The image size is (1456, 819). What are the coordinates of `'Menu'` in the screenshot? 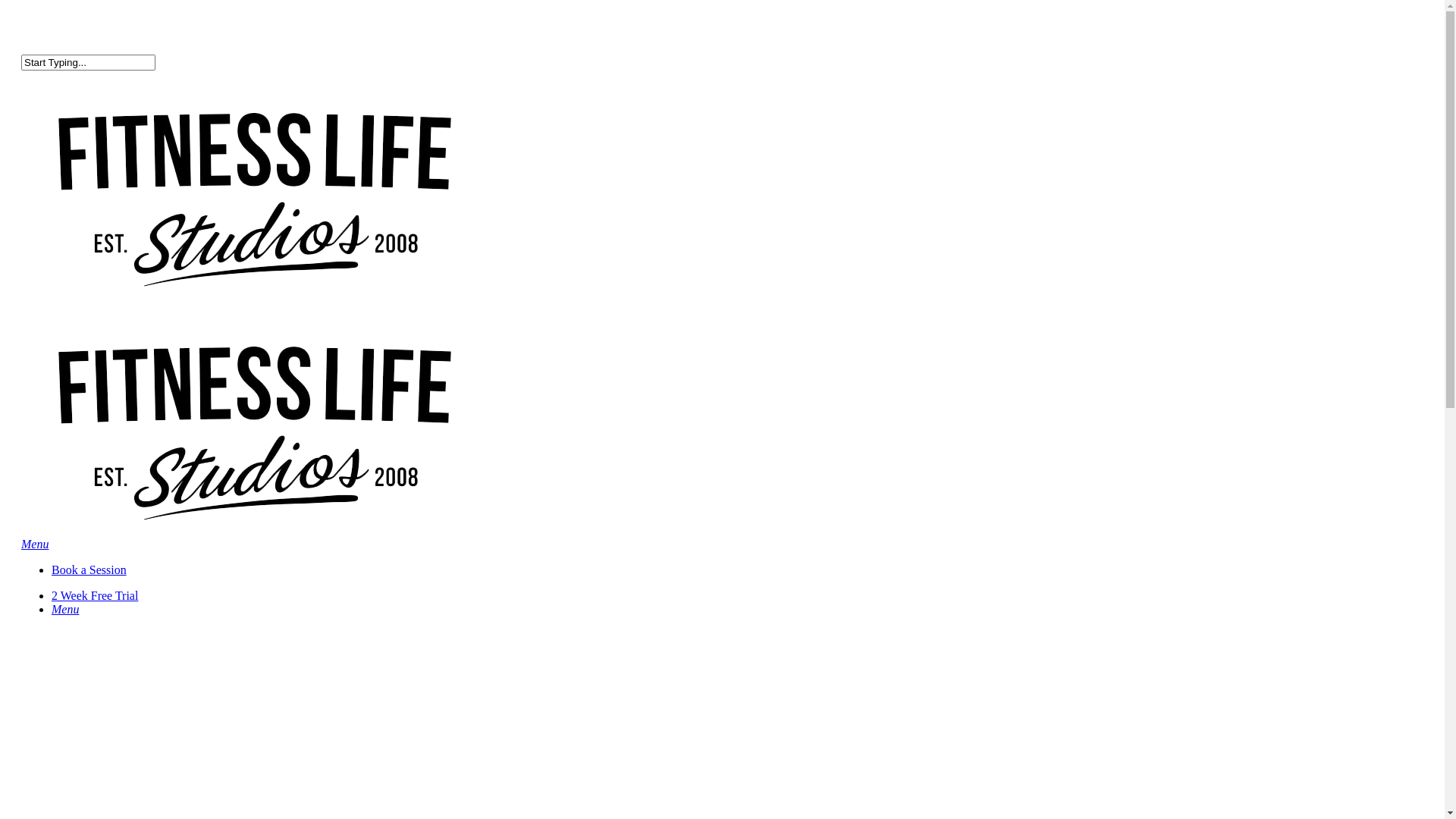 It's located at (64, 608).